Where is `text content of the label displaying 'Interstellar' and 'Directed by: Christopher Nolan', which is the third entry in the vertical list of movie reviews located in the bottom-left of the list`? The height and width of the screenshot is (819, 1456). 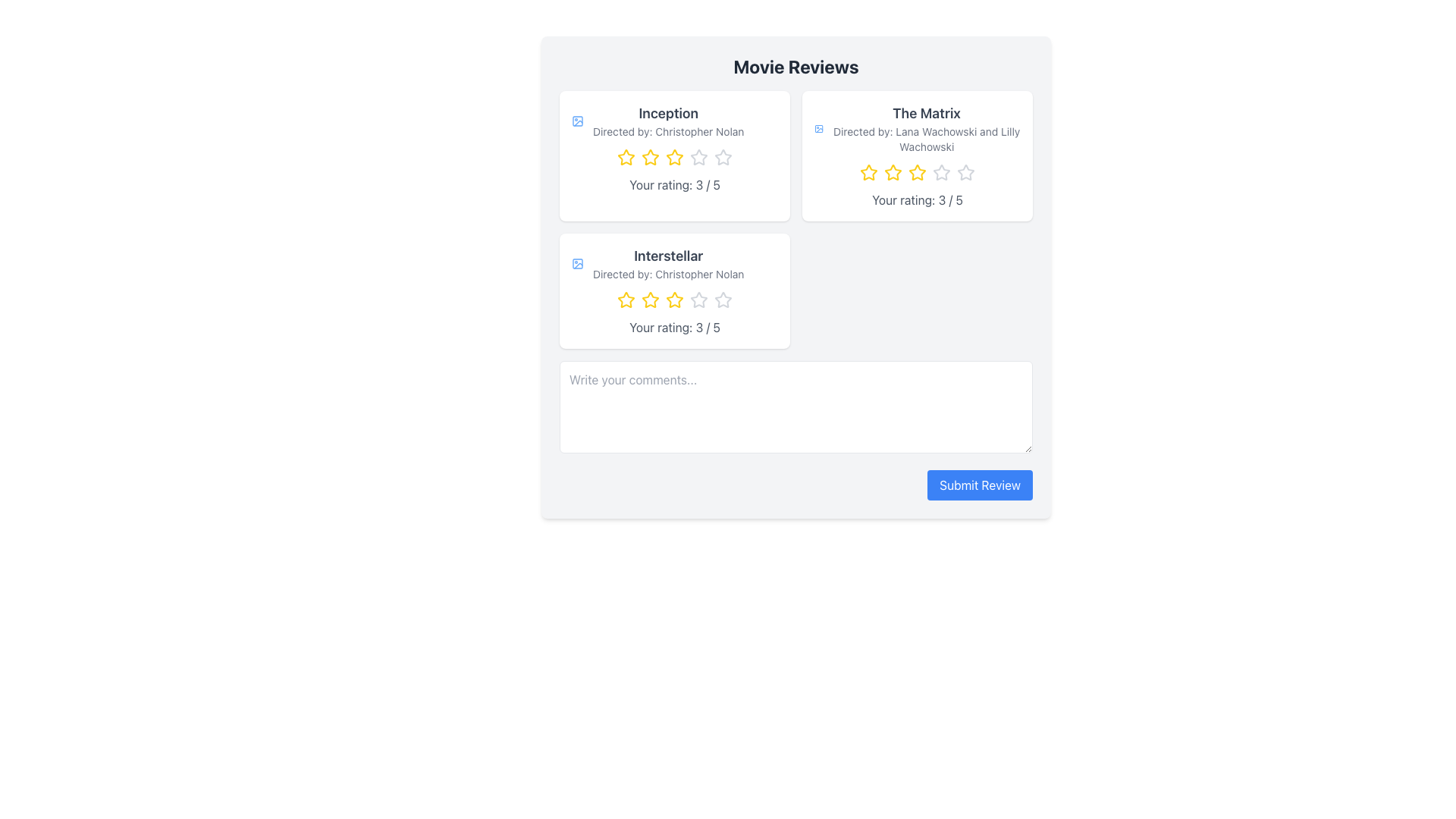 text content of the label displaying 'Interstellar' and 'Directed by: Christopher Nolan', which is the third entry in the vertical list of movie reviews located in the bottom-left of the list is located at coordinates (667, 262).